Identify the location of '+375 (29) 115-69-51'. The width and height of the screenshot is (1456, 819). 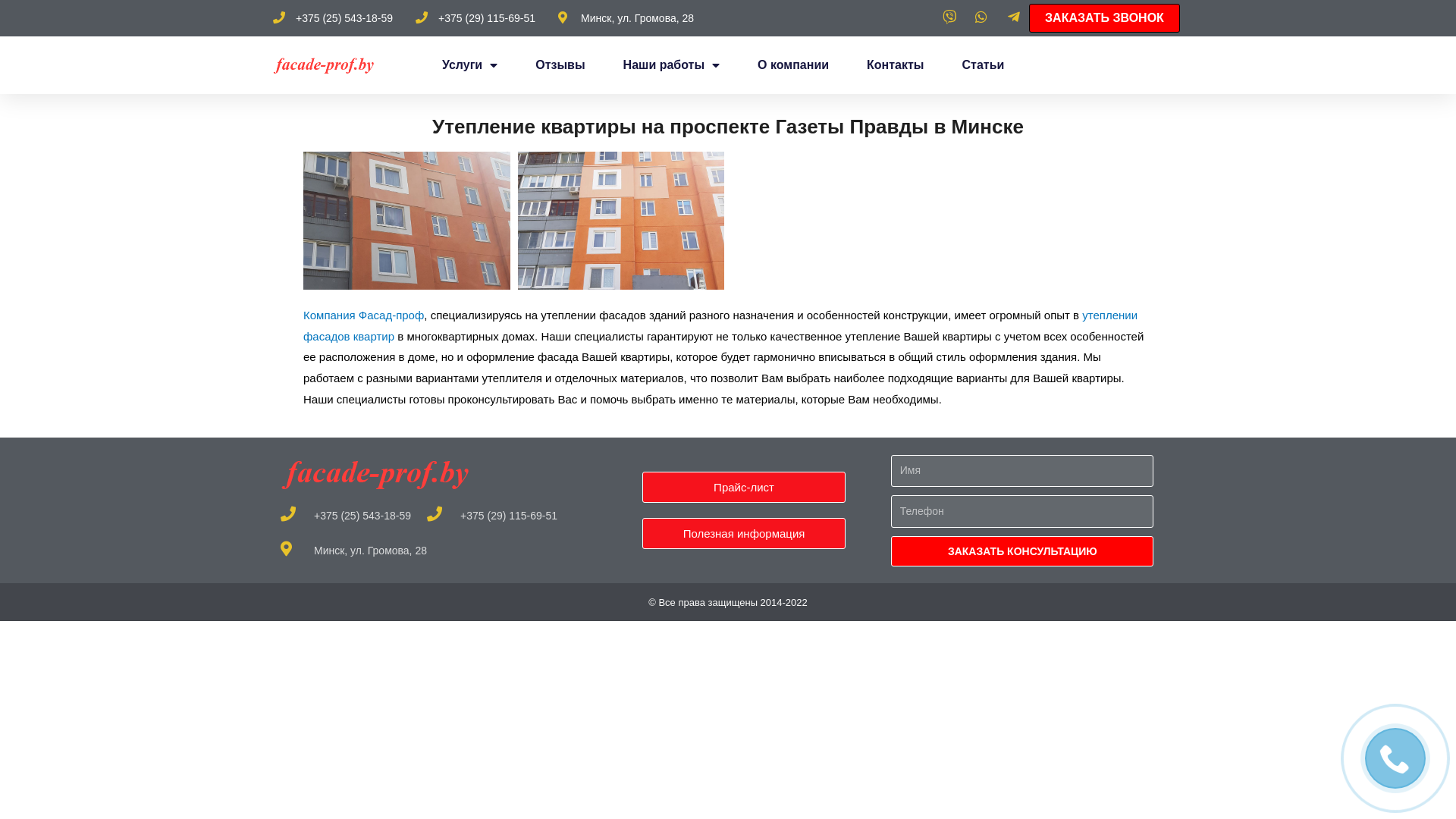
(475, 17).